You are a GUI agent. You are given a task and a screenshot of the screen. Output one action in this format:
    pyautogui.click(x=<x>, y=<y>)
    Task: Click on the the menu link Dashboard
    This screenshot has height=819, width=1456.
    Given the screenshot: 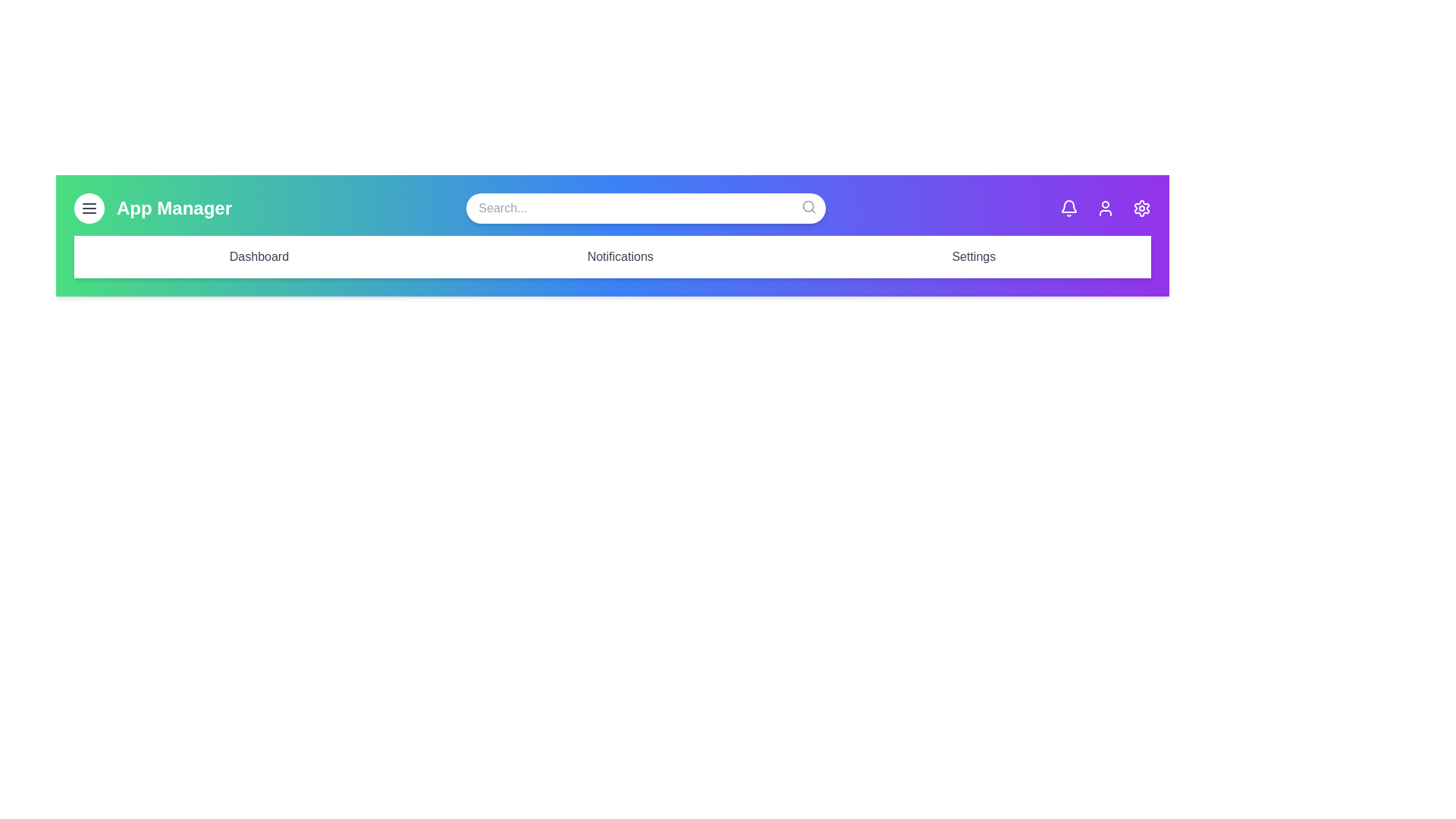 What is the action you would take?
    pyautogui.click(x=259, y=256)
    